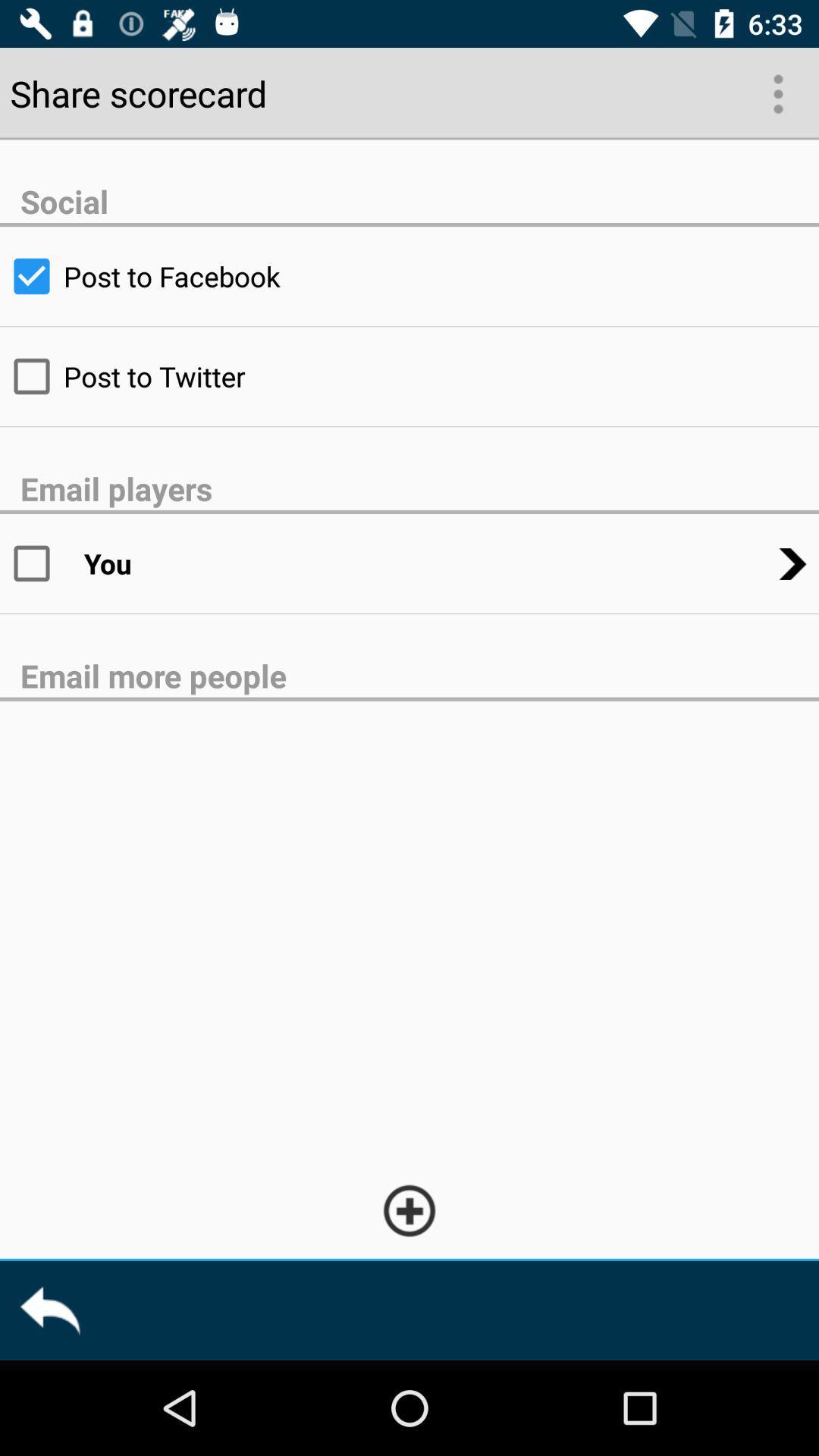 The height and width of the screenshot is (1456, 819). What do you see at coordinates (41, 563) in the screenshot?
I see `you` at bounding box center [41, 563].